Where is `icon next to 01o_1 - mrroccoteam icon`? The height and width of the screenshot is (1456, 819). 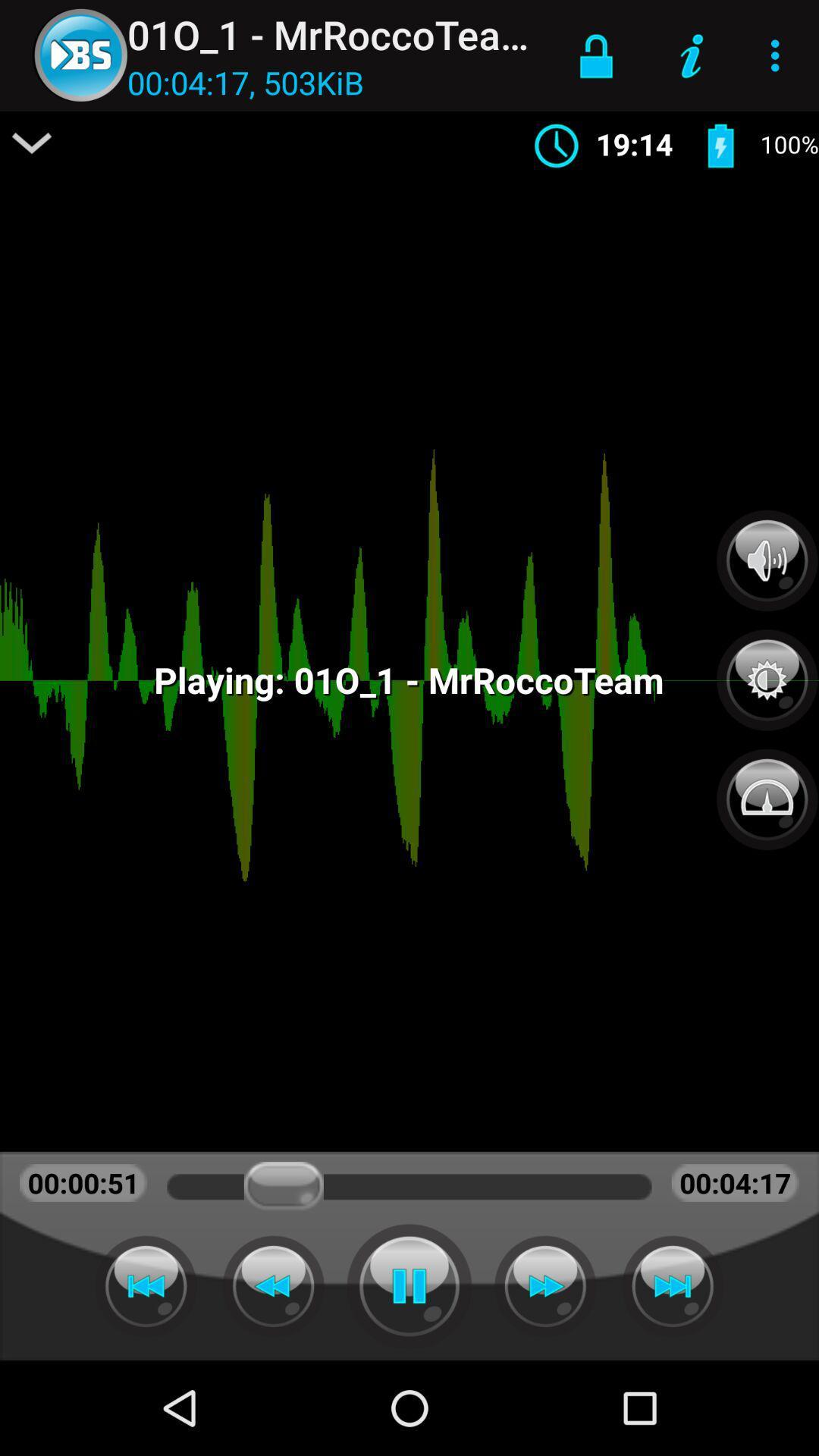 icon next to 01o_1 - mrroccoteam icon is located at coordinates (595, 55).